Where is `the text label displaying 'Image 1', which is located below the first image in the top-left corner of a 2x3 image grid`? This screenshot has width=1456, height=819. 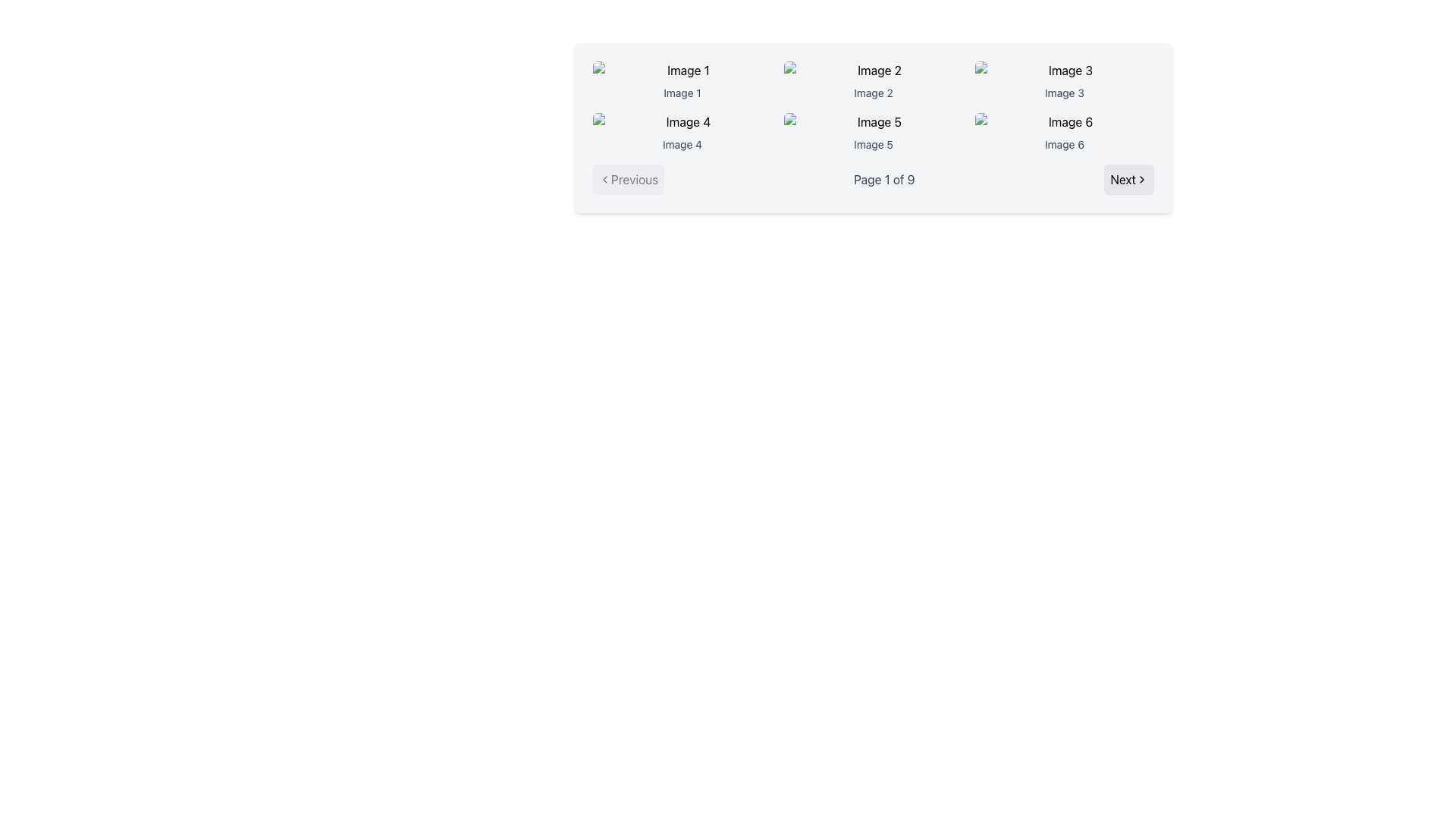
the text label displaying 'Image 1', which is located below the first image in the top-left corner of a 2x3 image grid is located at coordinates (682, 93).